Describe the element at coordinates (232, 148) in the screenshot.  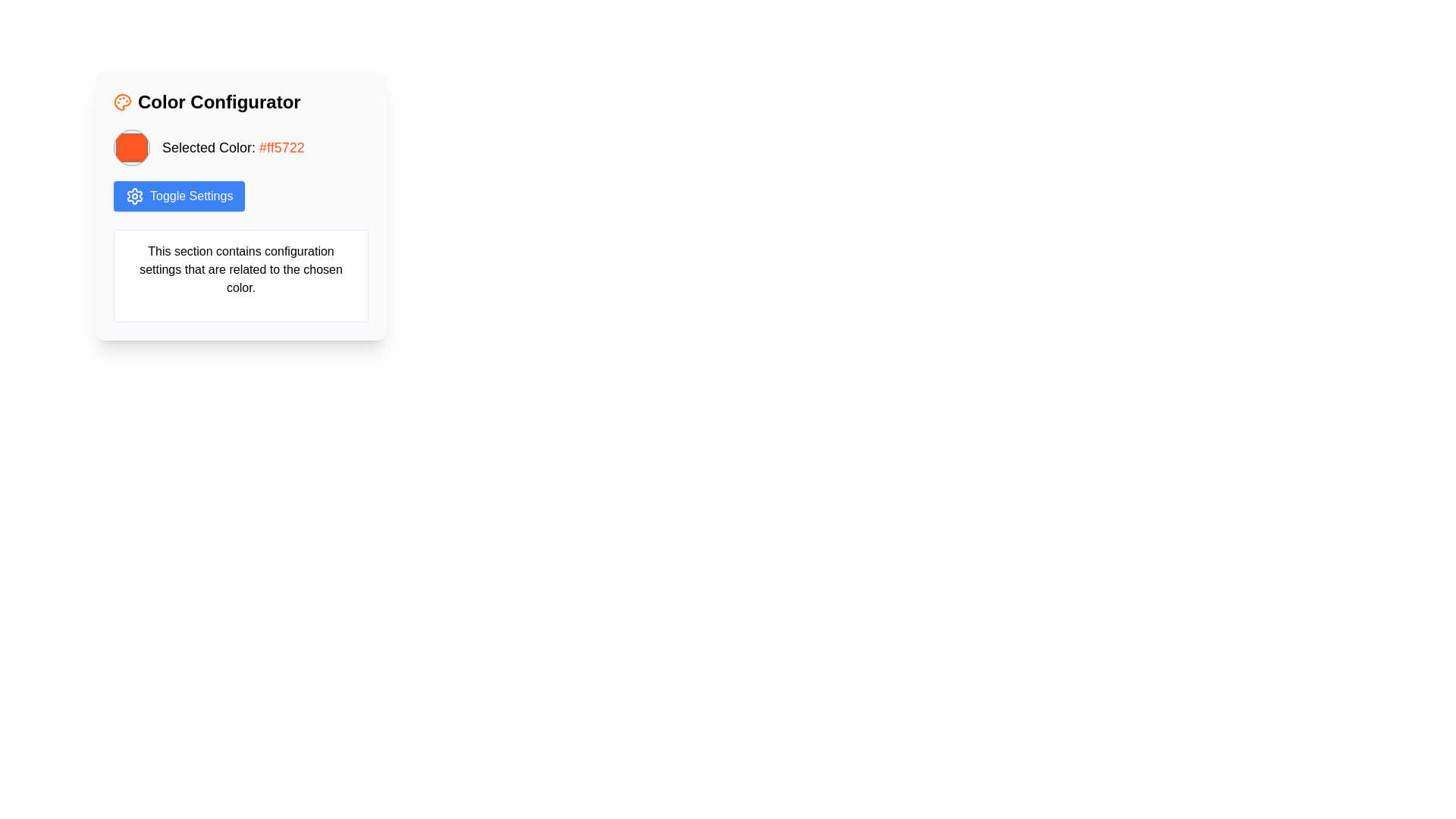
I see `color information displayed in the text label 'Selected Color: #ff5722' located within the 'Color Configurator' section, positioned between the color circle and the 'Toggle Settings' button` at that location.